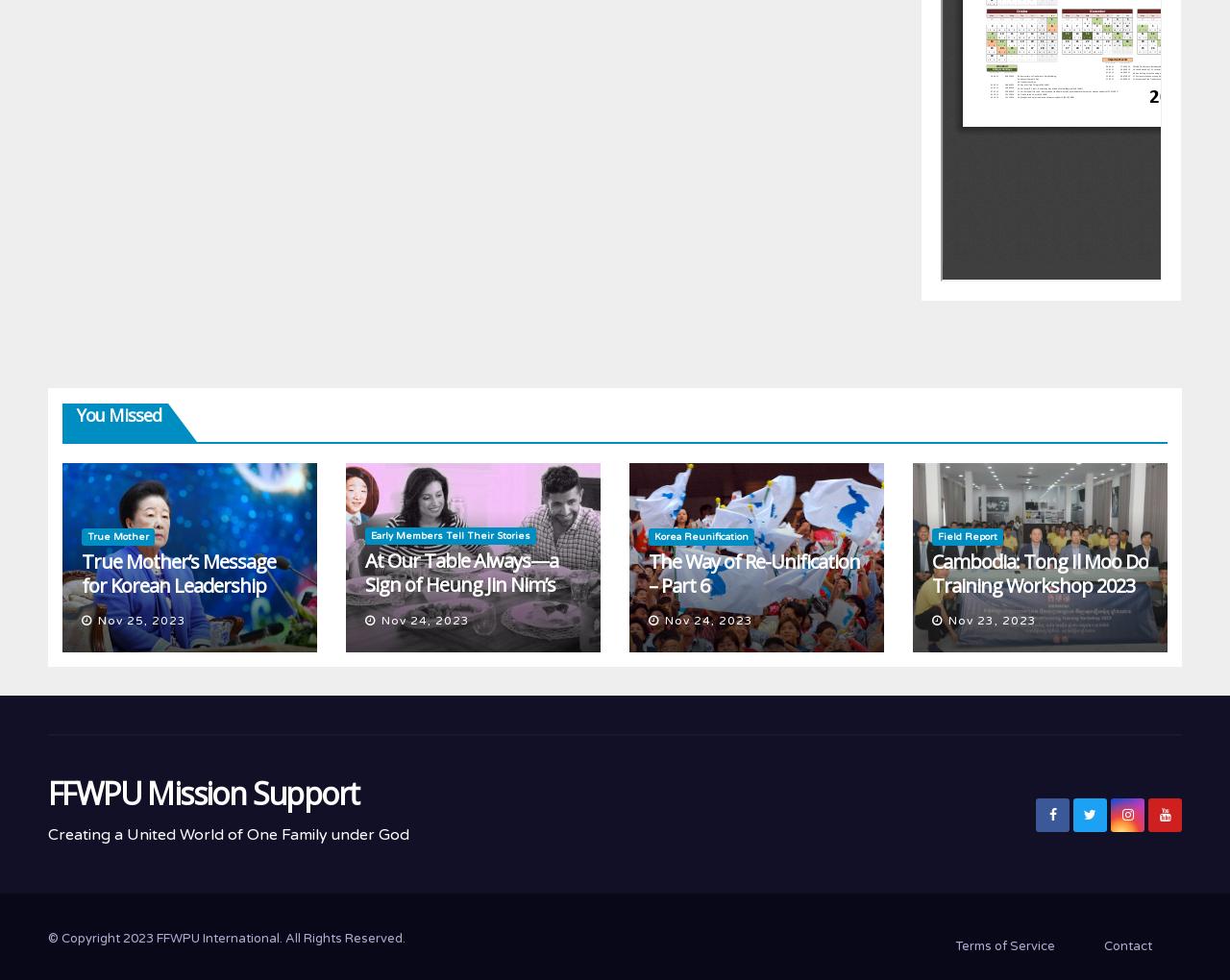 Image resolution: width=1230 pixels, height=980 pixels. I want to click on 'True Mother’s Message for Korean Leadership', so click(178, 573).